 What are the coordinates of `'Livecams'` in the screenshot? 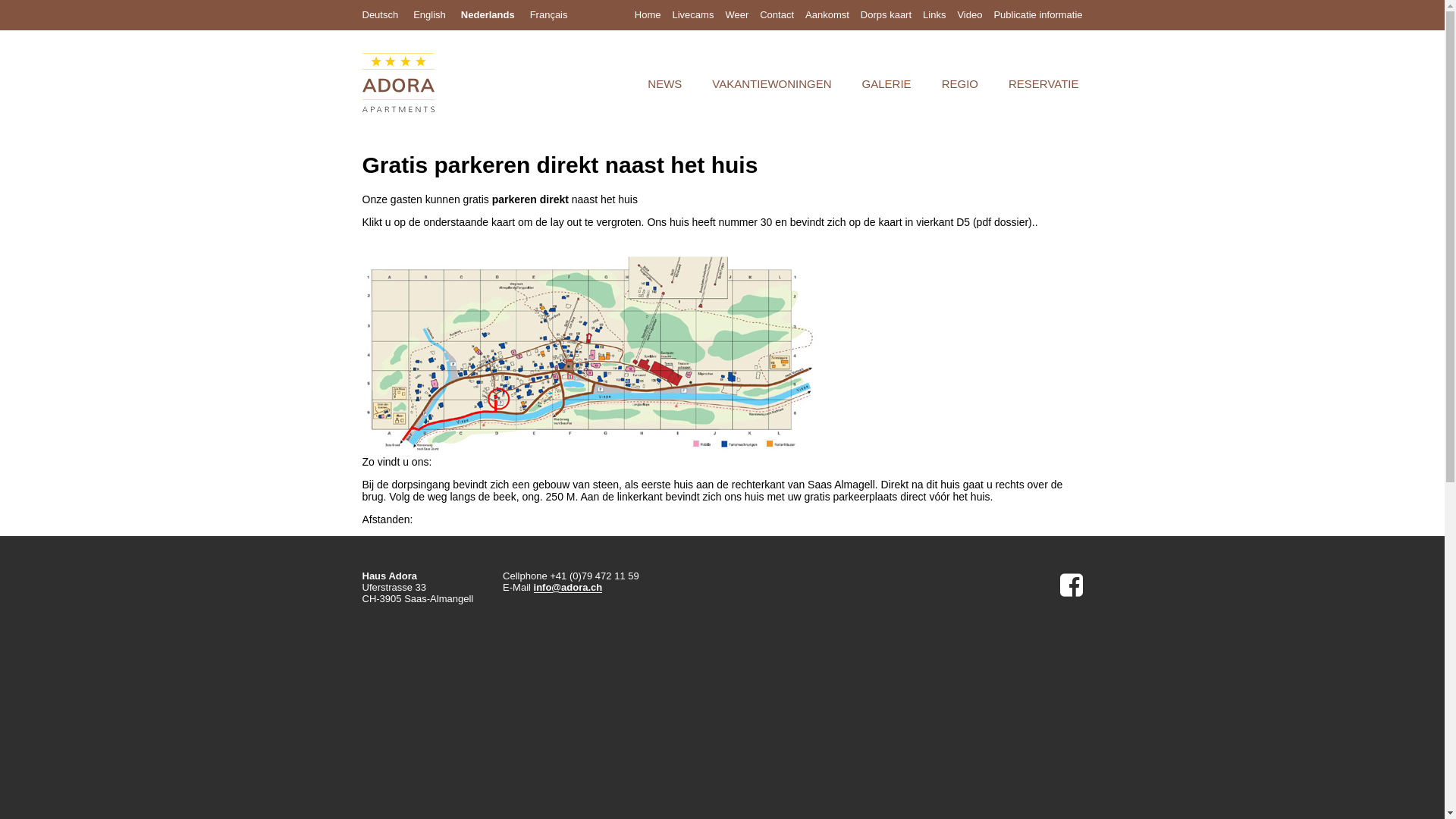 It's located at (692, 14).